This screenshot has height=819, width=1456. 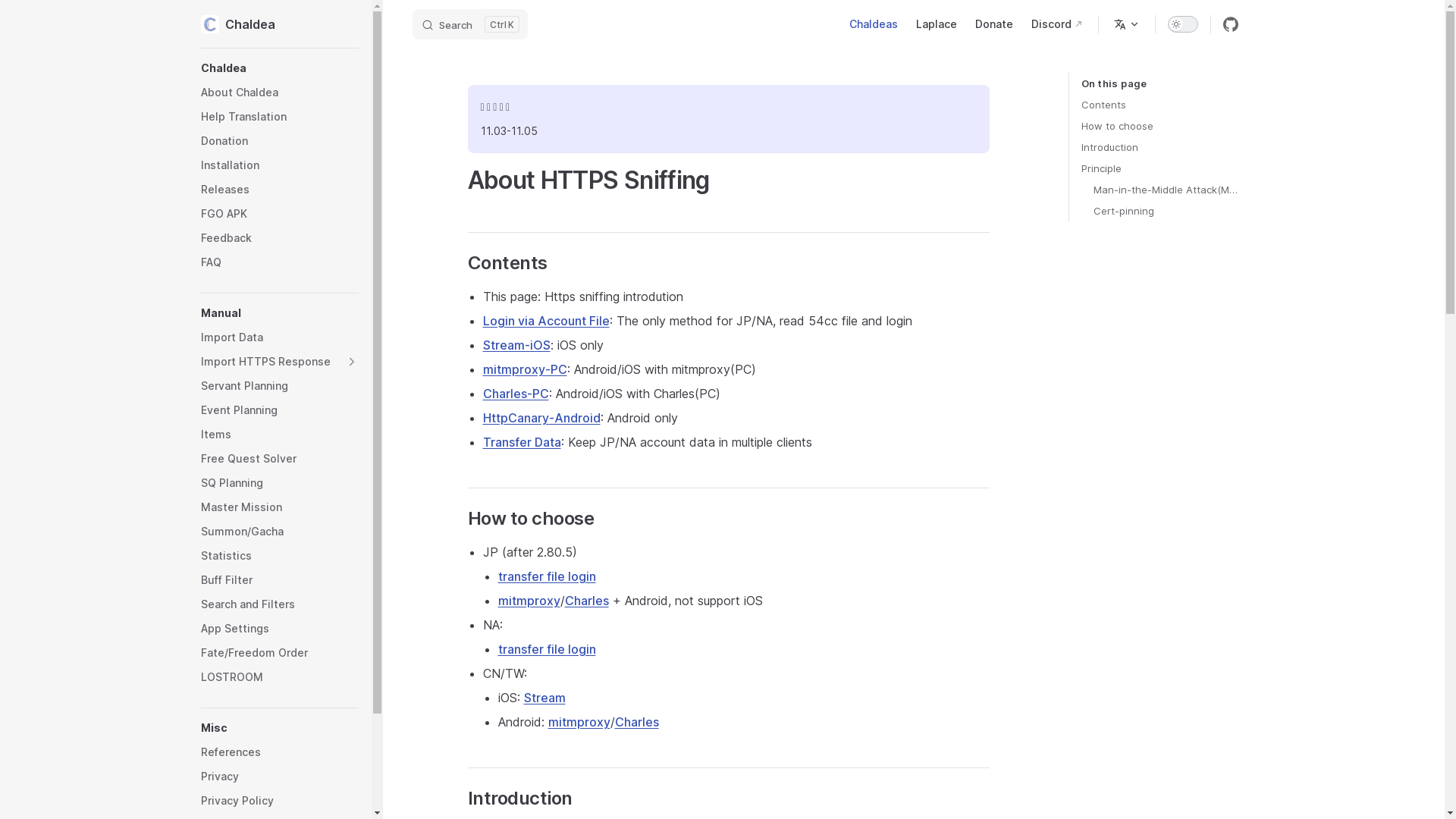 I want to click on 'HttpCanary-Android', so click(x=541, y=418).